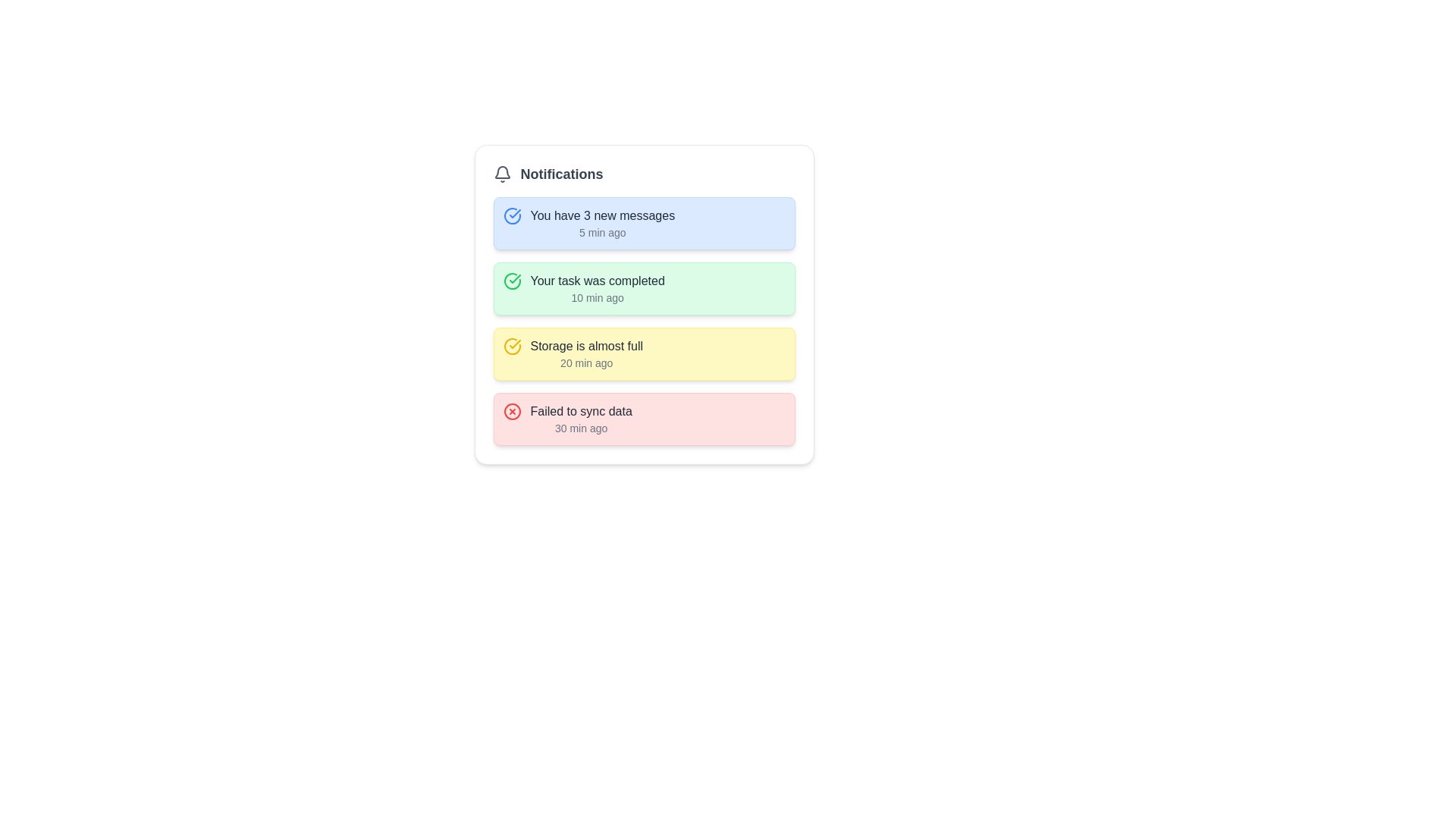 The image size is (1456, 819). I want to click on the Notification card displaying 'You have 3 new messages' with a blue background, located at the top of the notification list, so click(644, 223).